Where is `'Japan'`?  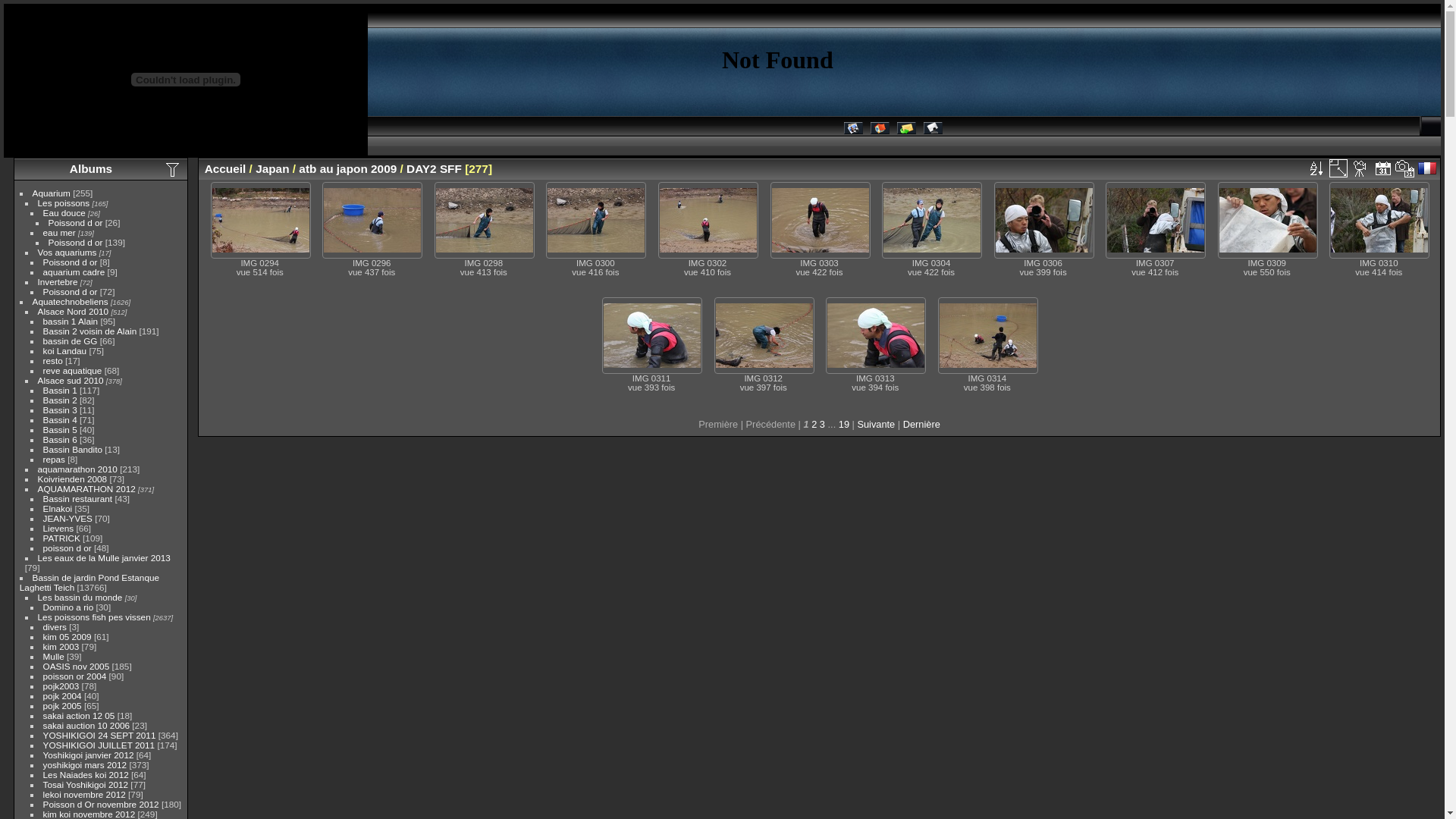
'Japan' is located at coordinates (272, 168).